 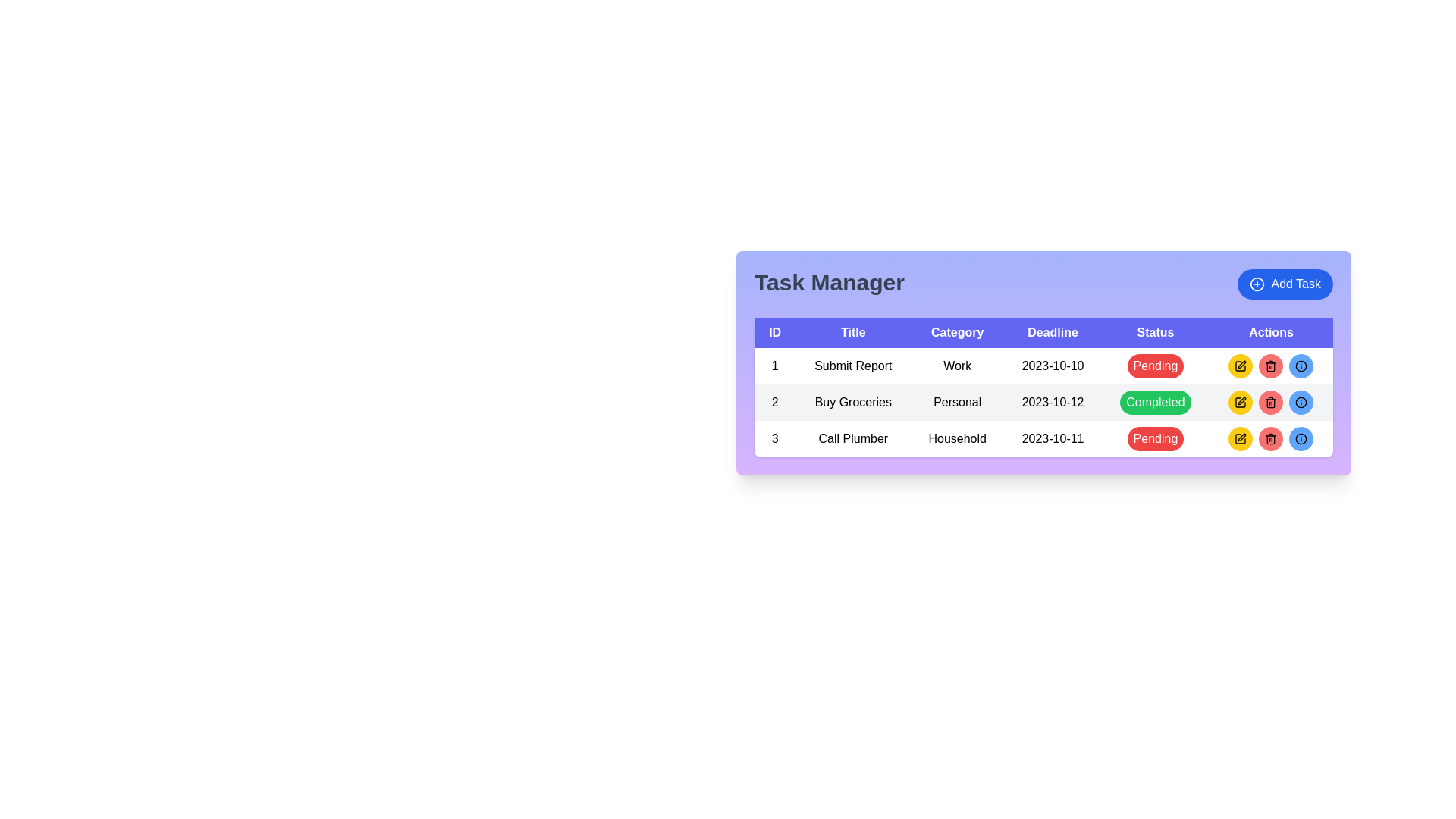 I want to click on the 'Title' text label, which is the second column header in a table, located between 'ID' and 'Category' headers, with a purple background and white bold text, so click(x=853, y=332).